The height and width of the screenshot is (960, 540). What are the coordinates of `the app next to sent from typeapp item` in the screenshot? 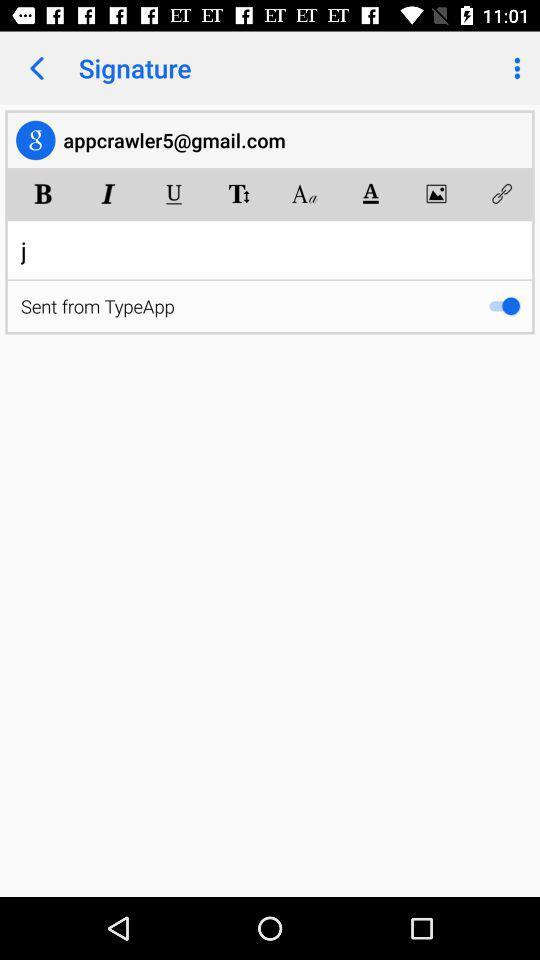 It's located at (503, 306).